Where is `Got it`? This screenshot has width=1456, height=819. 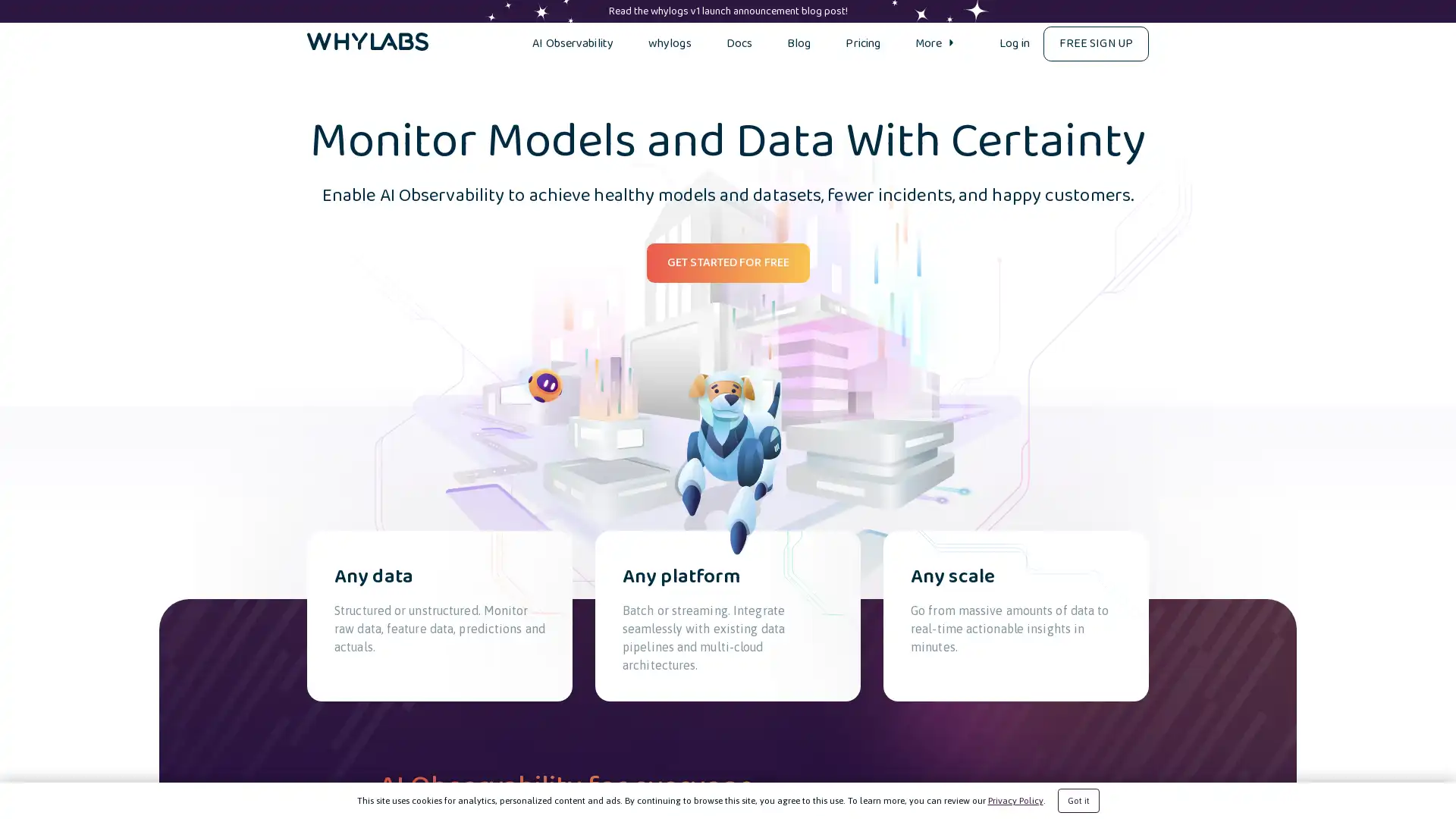
Got it is located at coordinates (1077, 800).